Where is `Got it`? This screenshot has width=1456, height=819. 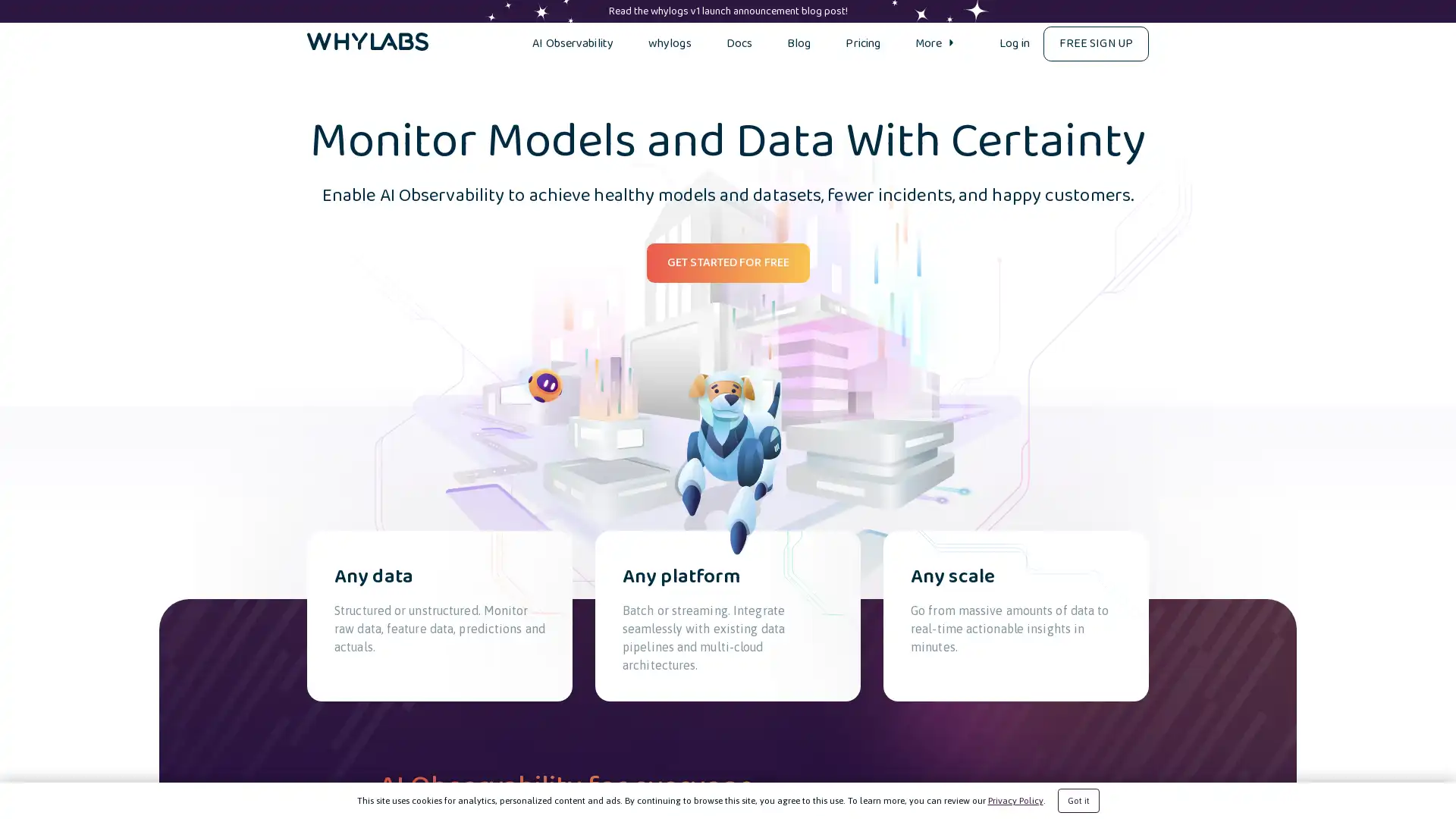
Got it is located at coordinates (1077, 800).